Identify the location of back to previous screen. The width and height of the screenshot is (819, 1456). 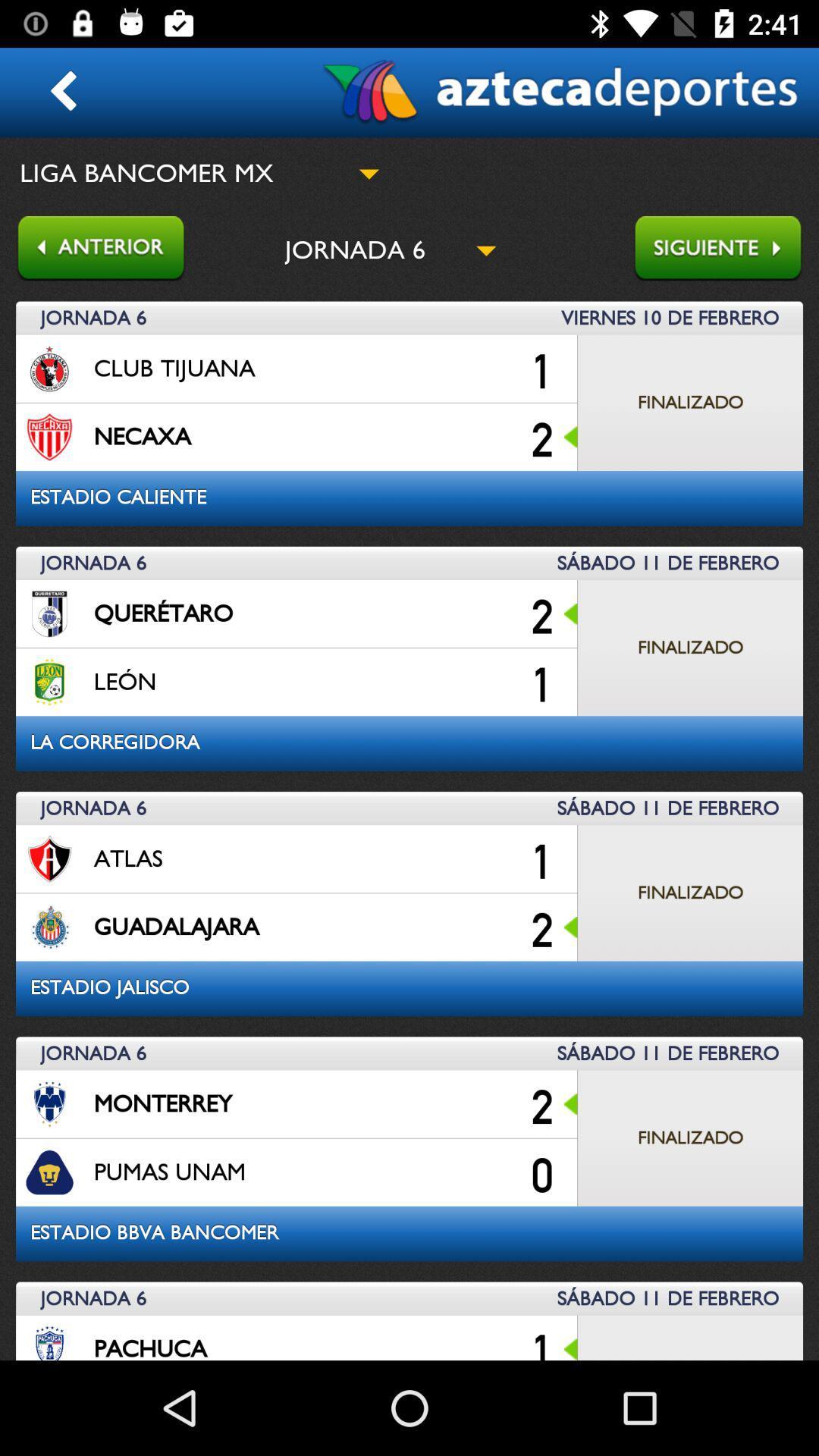
(93, 249).